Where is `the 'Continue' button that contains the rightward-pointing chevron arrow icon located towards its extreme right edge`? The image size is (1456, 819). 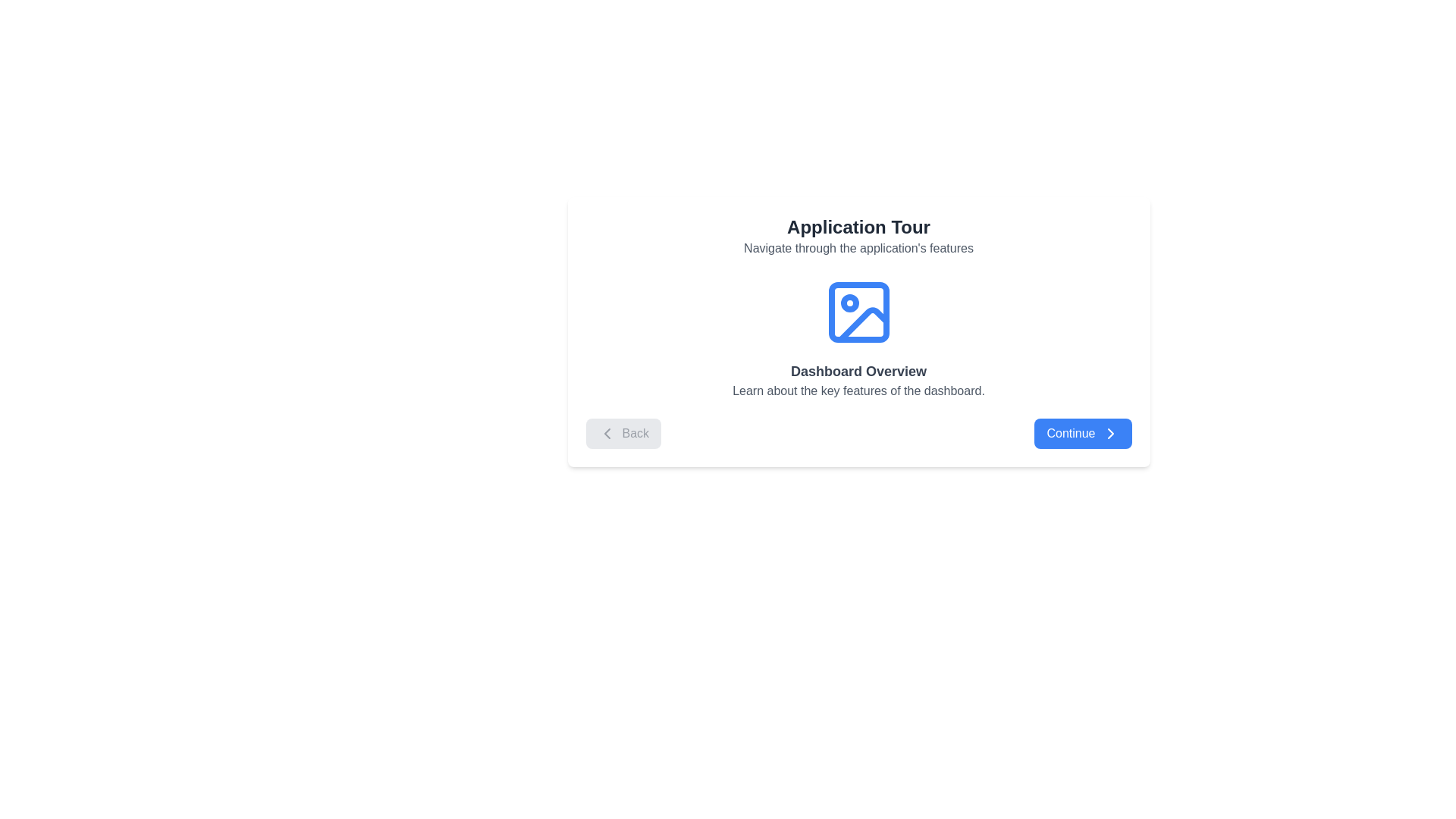
the 'Continue' button that contains the rightward-pointing chevron arrow icon located towards its extreme right edge is located at coordinates (1110, 433).